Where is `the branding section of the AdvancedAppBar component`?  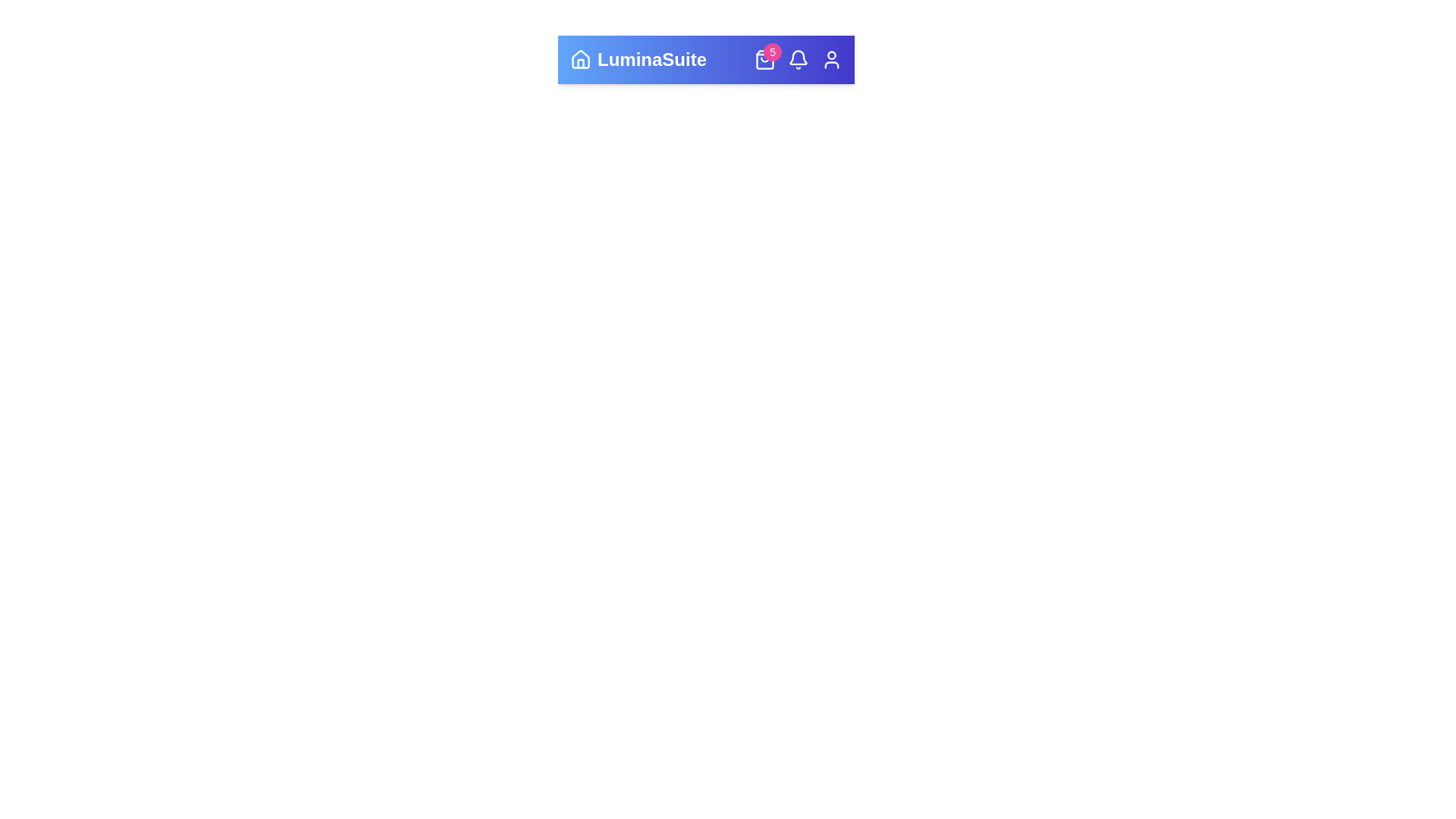 the branding section of the AdvancedAppBar component is located at coordinates (638, 58).